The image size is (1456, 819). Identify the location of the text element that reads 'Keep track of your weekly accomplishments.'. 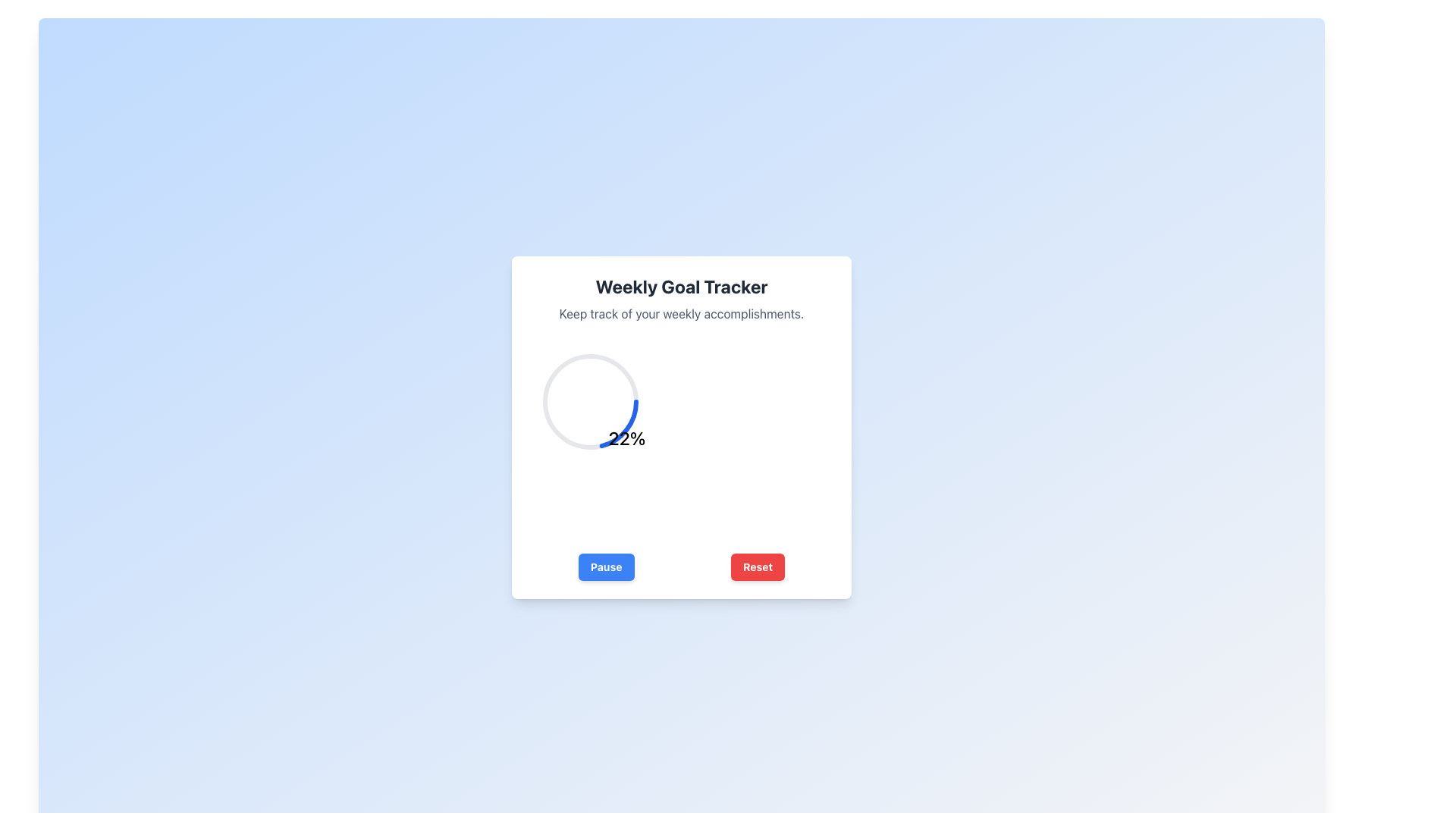
(680, 312).